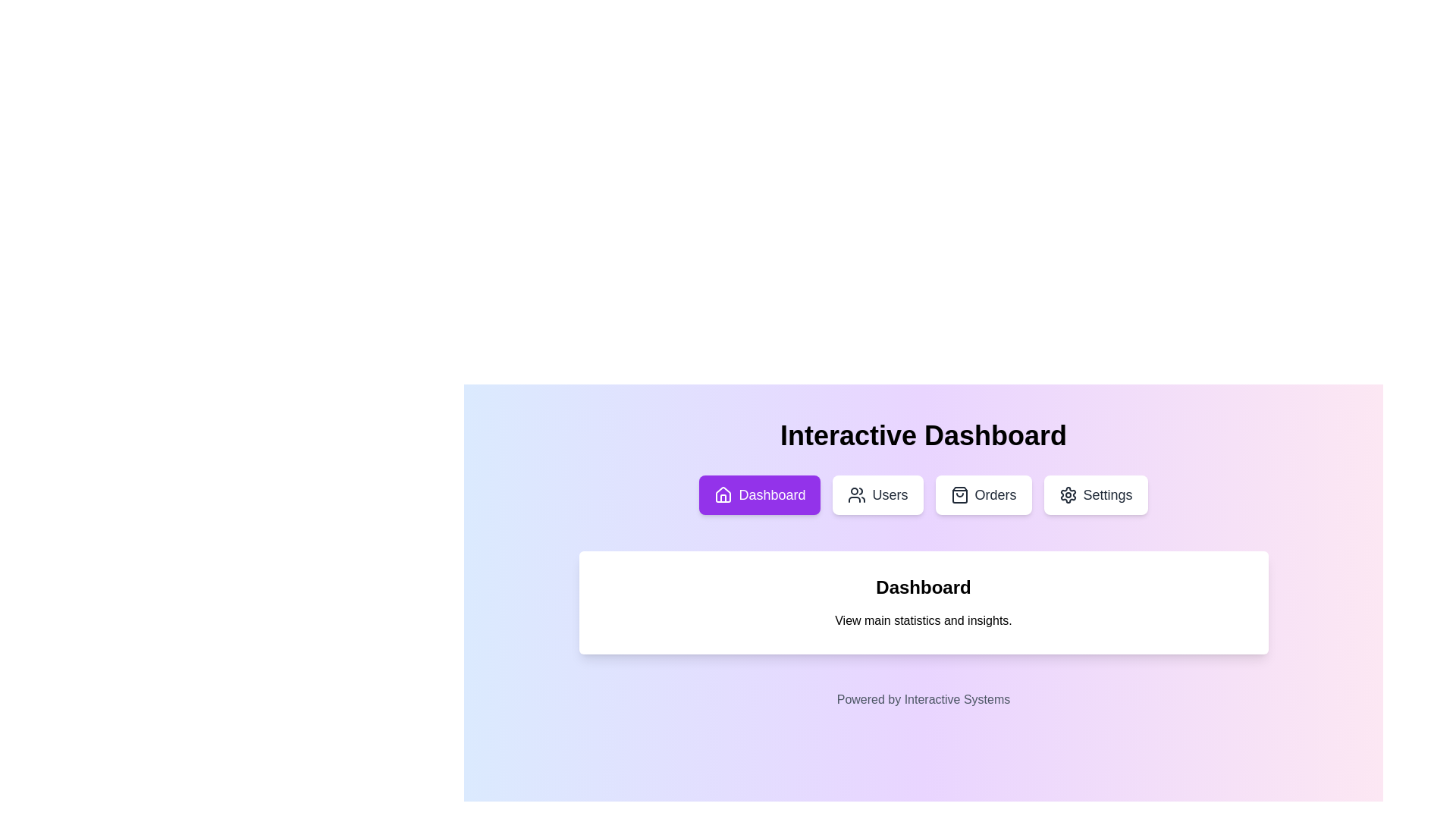  What do you see at coordinates (923, 587) in the screenshot?
I see `the bold, large-font text label displaying 'Dashboard', which serves as the prominent title at the top of its section` at bounding box center [923, 587].